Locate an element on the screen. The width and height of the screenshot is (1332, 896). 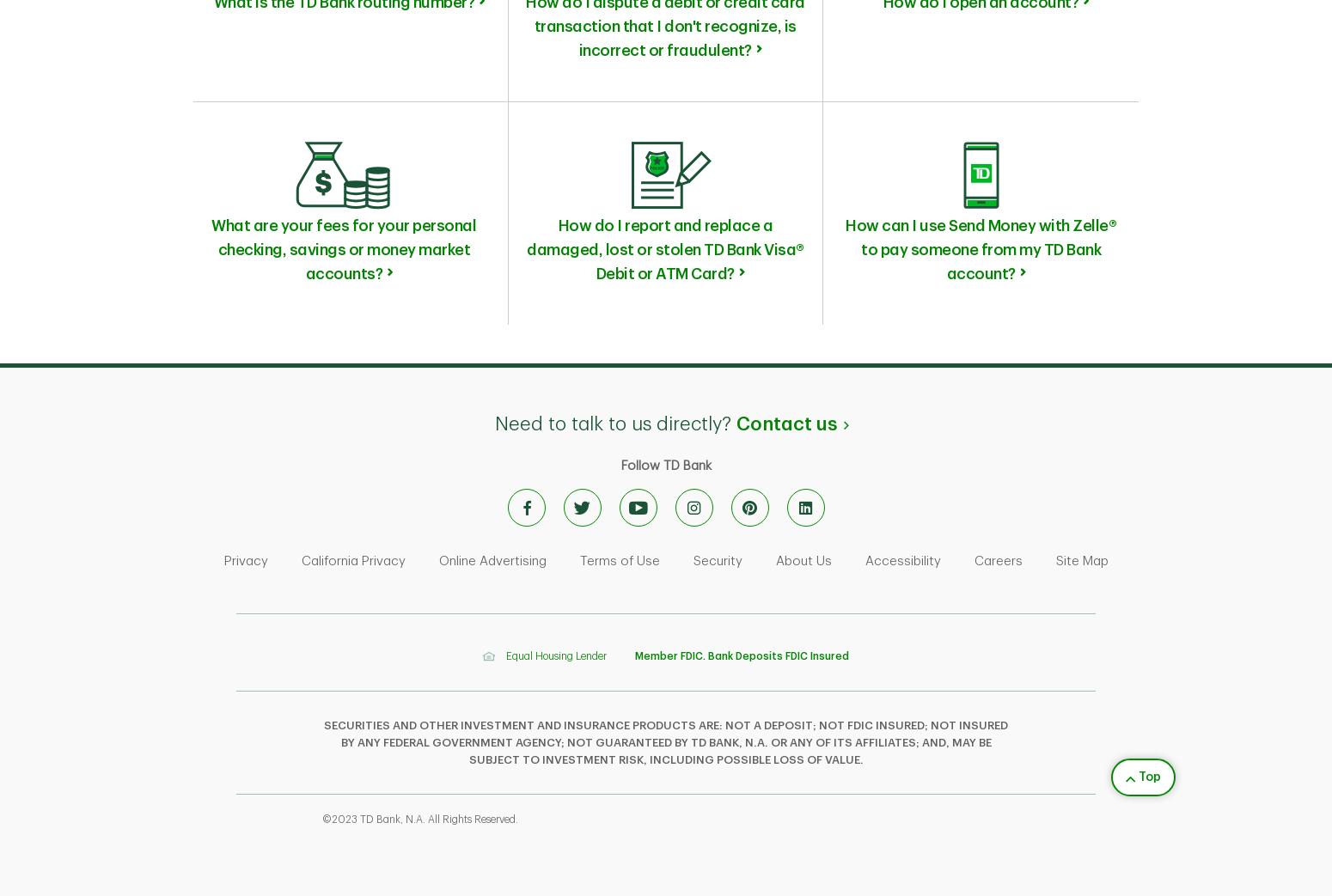
'Contact us' is located at coordinates (736, 423).